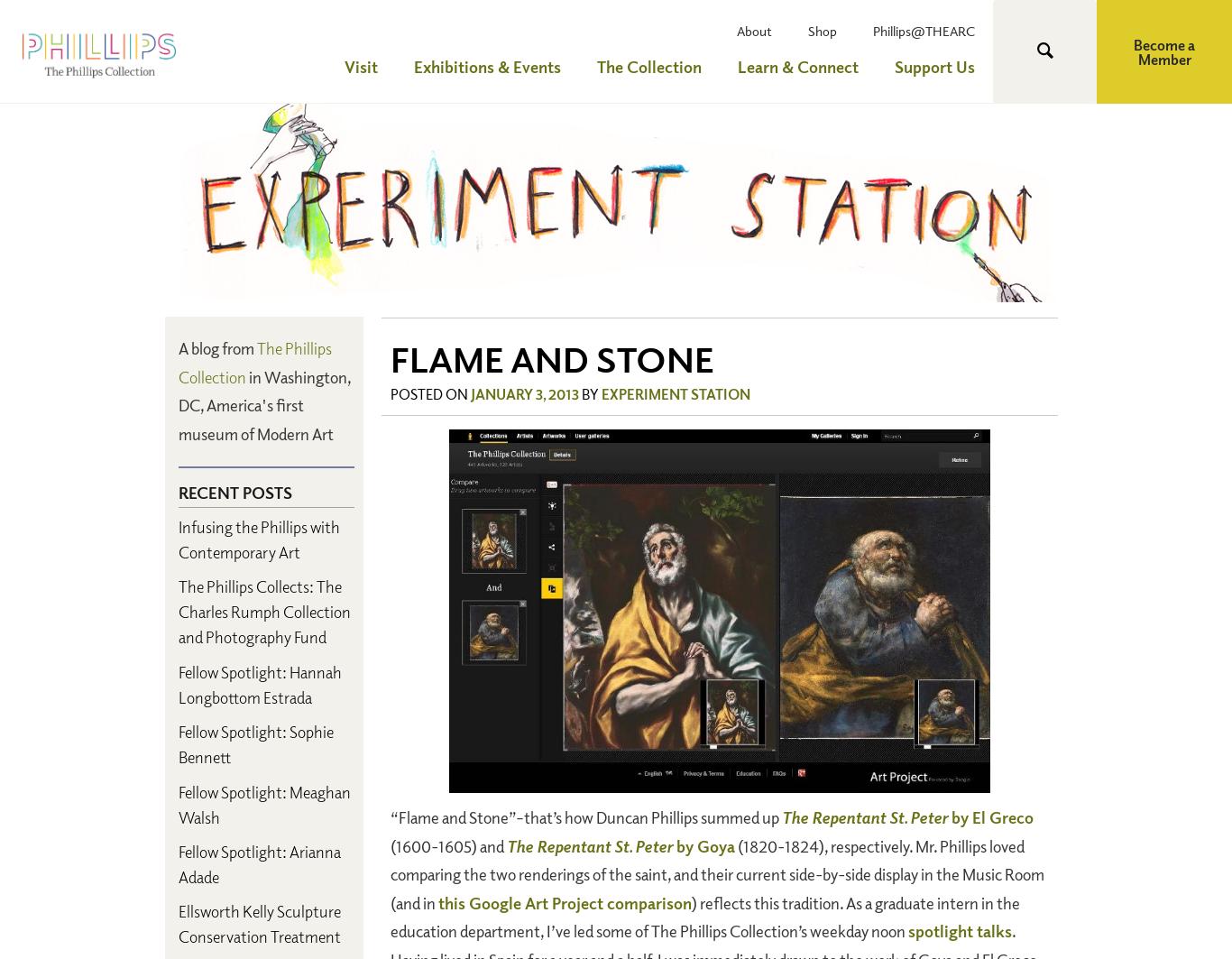 Image resolution: width=1232 pixels, height=959 pixels. I want to click on 'Experiment Station', so click(676, 393).